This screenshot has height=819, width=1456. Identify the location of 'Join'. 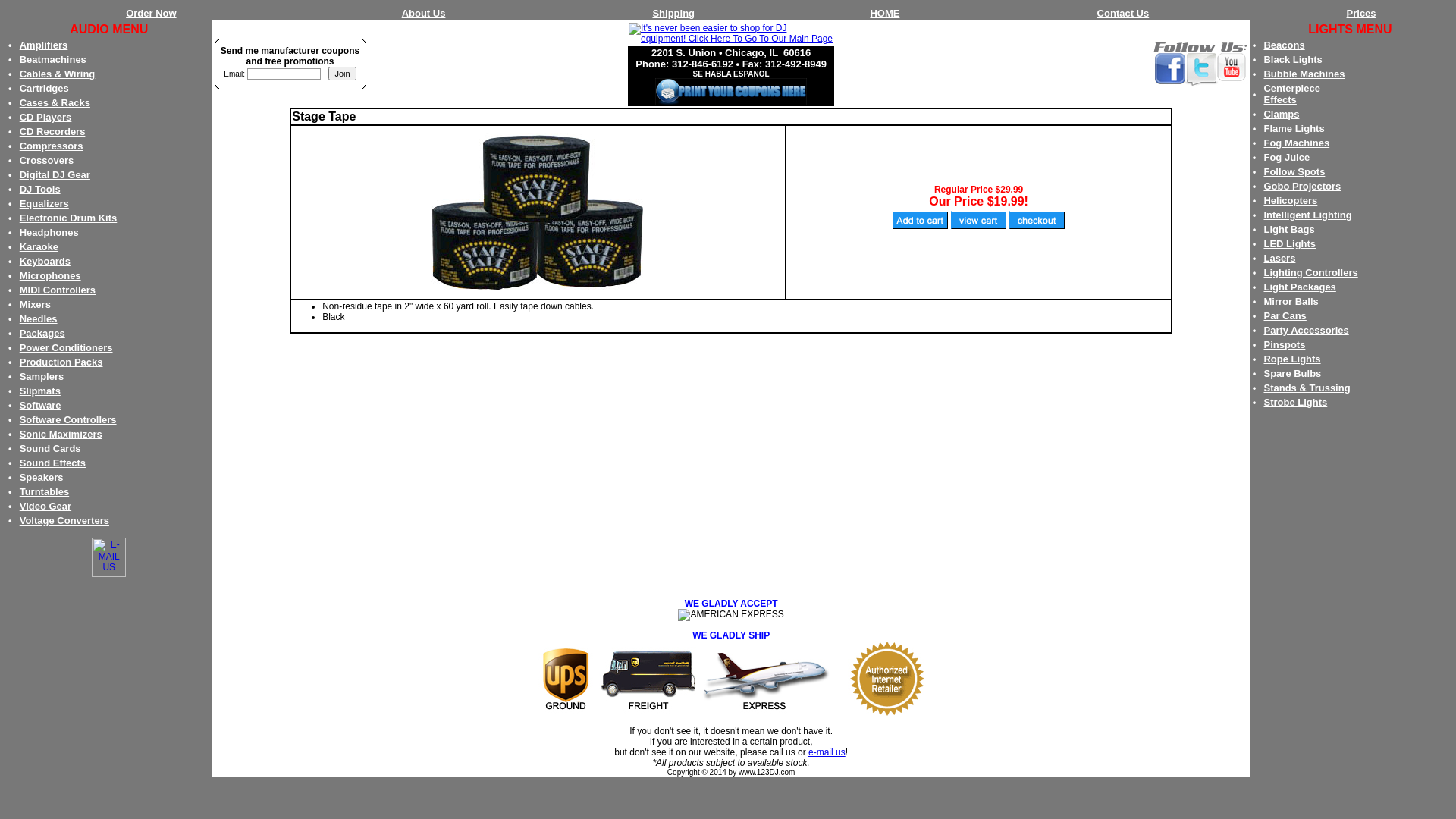
(341, 73).